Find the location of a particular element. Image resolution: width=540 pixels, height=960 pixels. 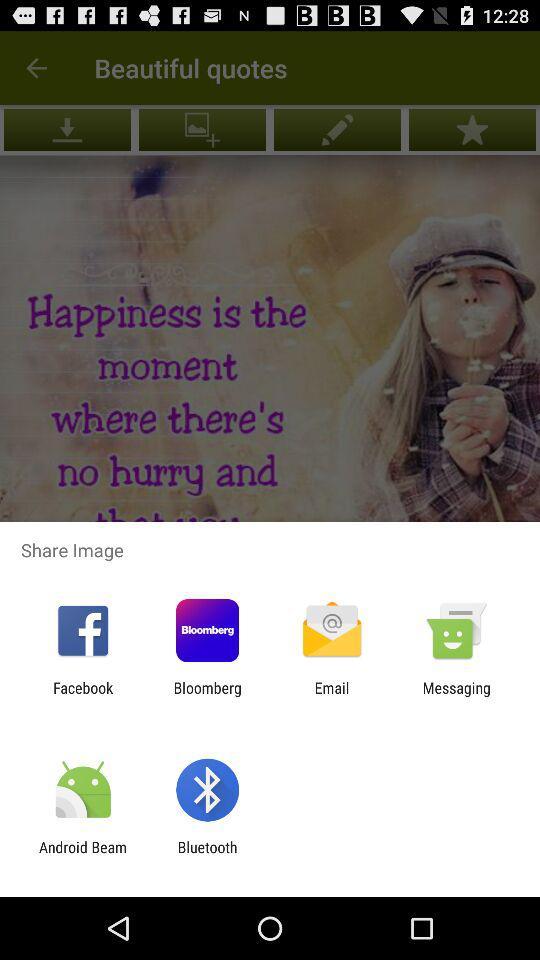

the app to the left of messaging icon is located at coordinates (332, 696).